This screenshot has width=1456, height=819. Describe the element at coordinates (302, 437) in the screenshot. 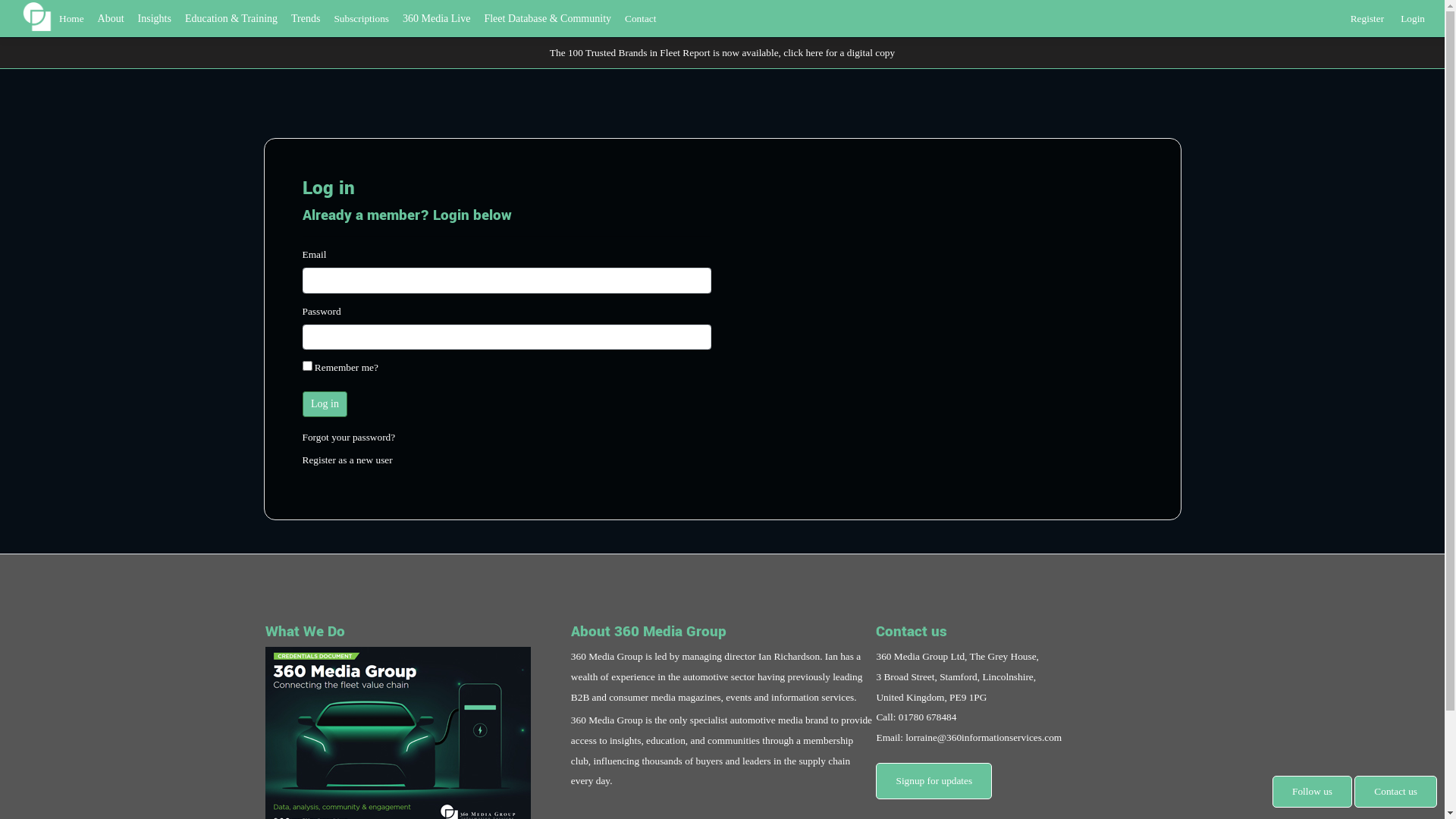

I see `'Forgot your password?'` at that location.